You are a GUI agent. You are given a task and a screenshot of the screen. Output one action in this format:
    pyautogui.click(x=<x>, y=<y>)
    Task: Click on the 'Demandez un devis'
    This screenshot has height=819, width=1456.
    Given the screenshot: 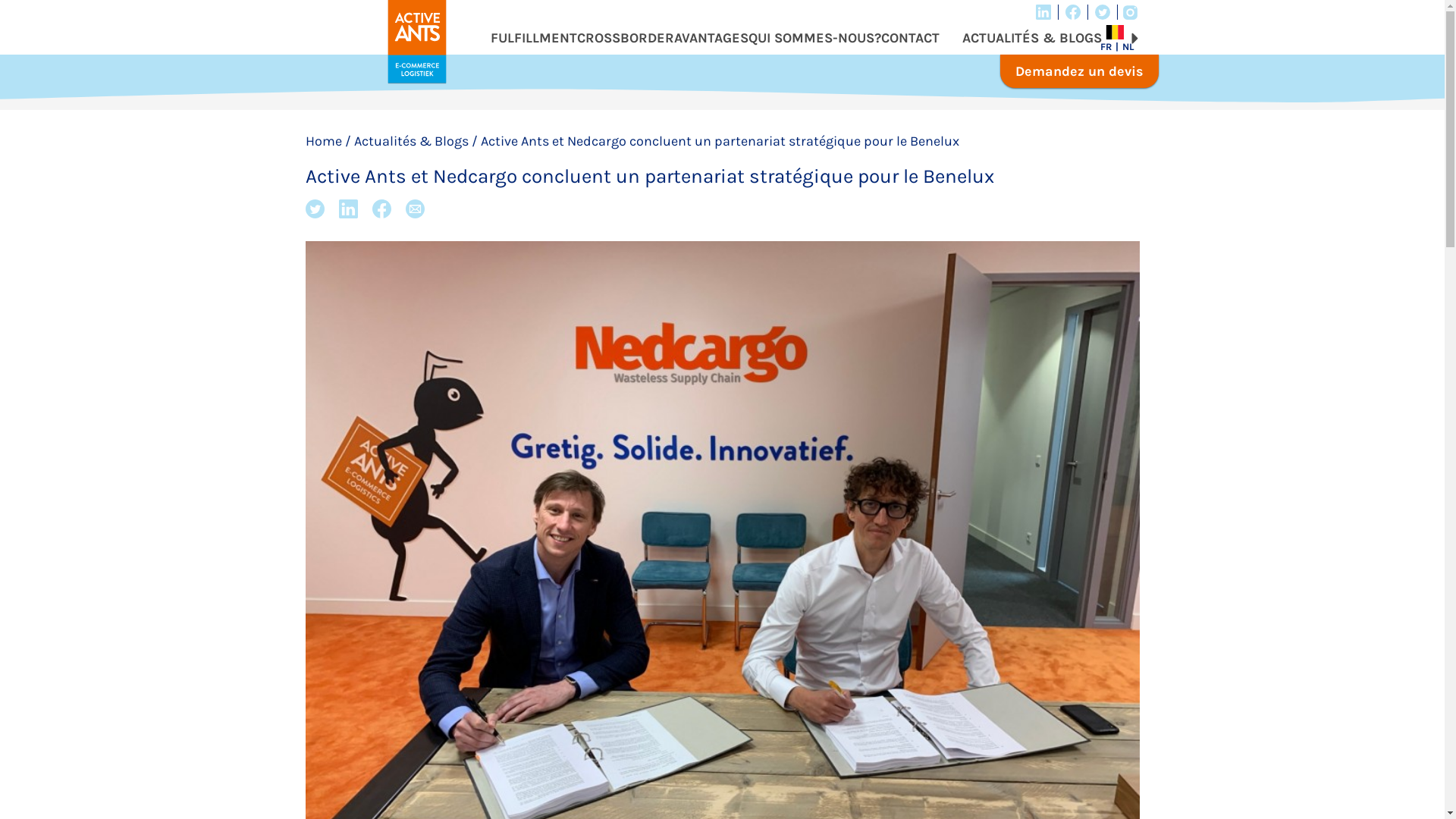 What is the action you would take?
    pyautogui.click(x=999, y=71)
    